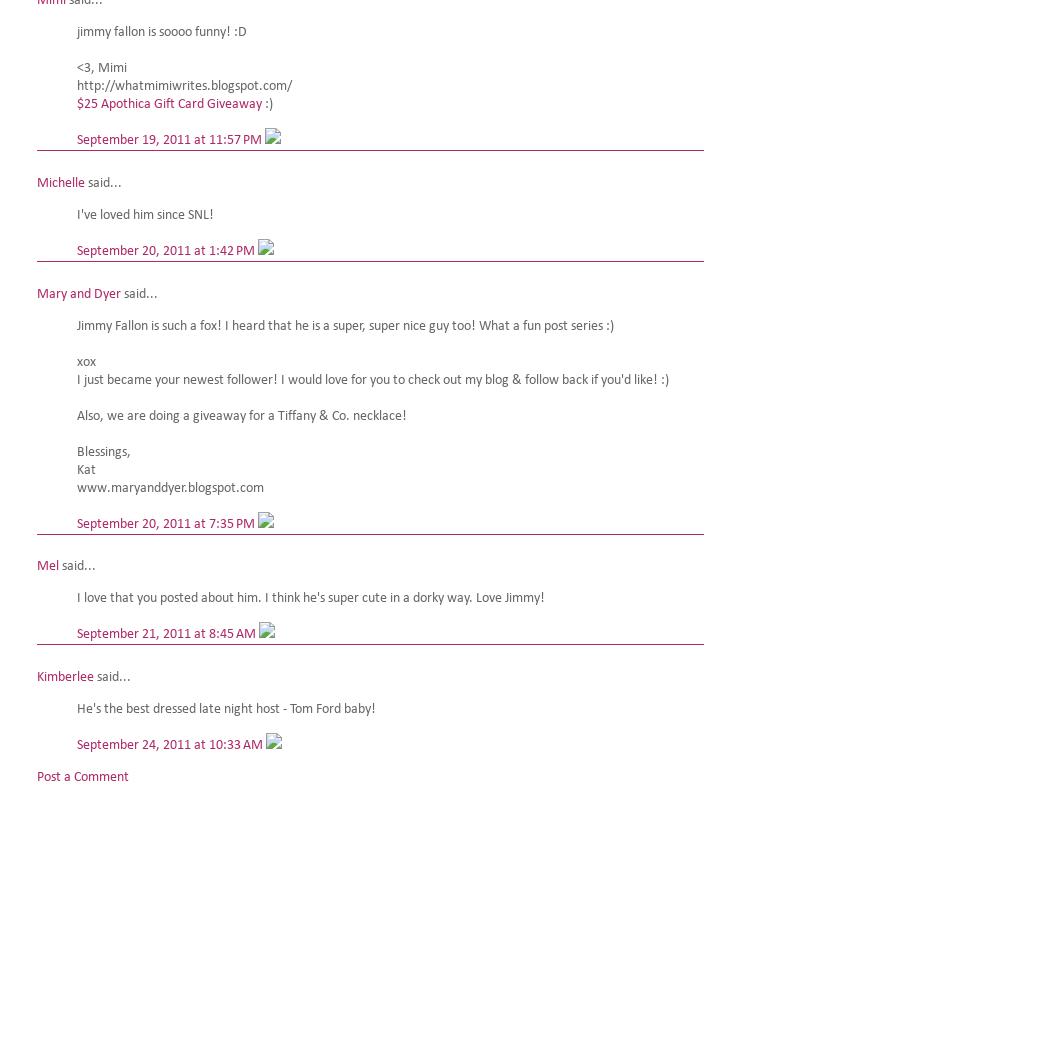 This screenshot has height=1050, width=1058. I want to click on 'Jimmy Fallon is such a fox! I heard that he is a super, super nice guy too! What a fun post series :)', so click(344, 325).